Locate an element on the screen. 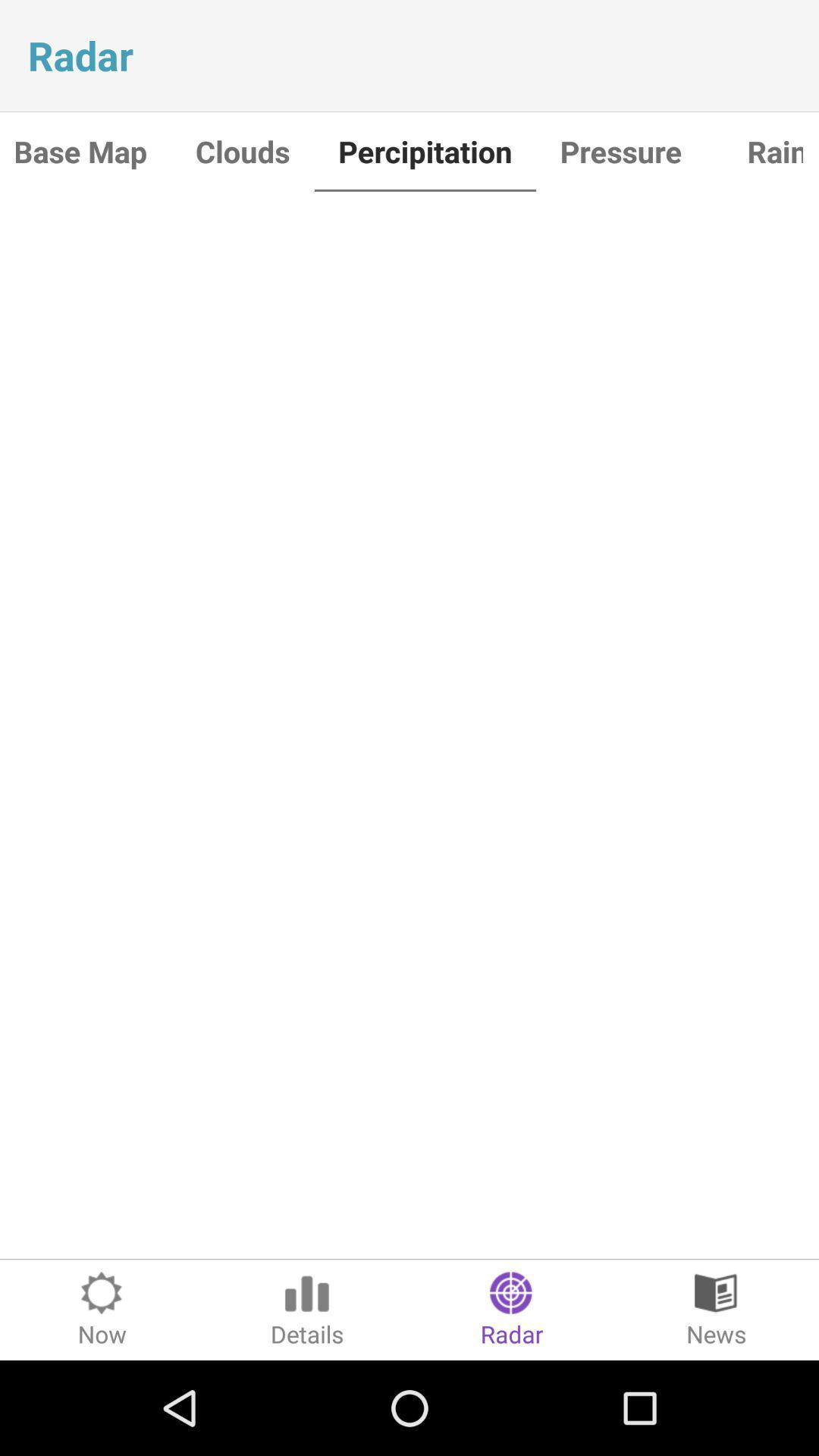  icon next to now item is located at coordinates (307, 1309).